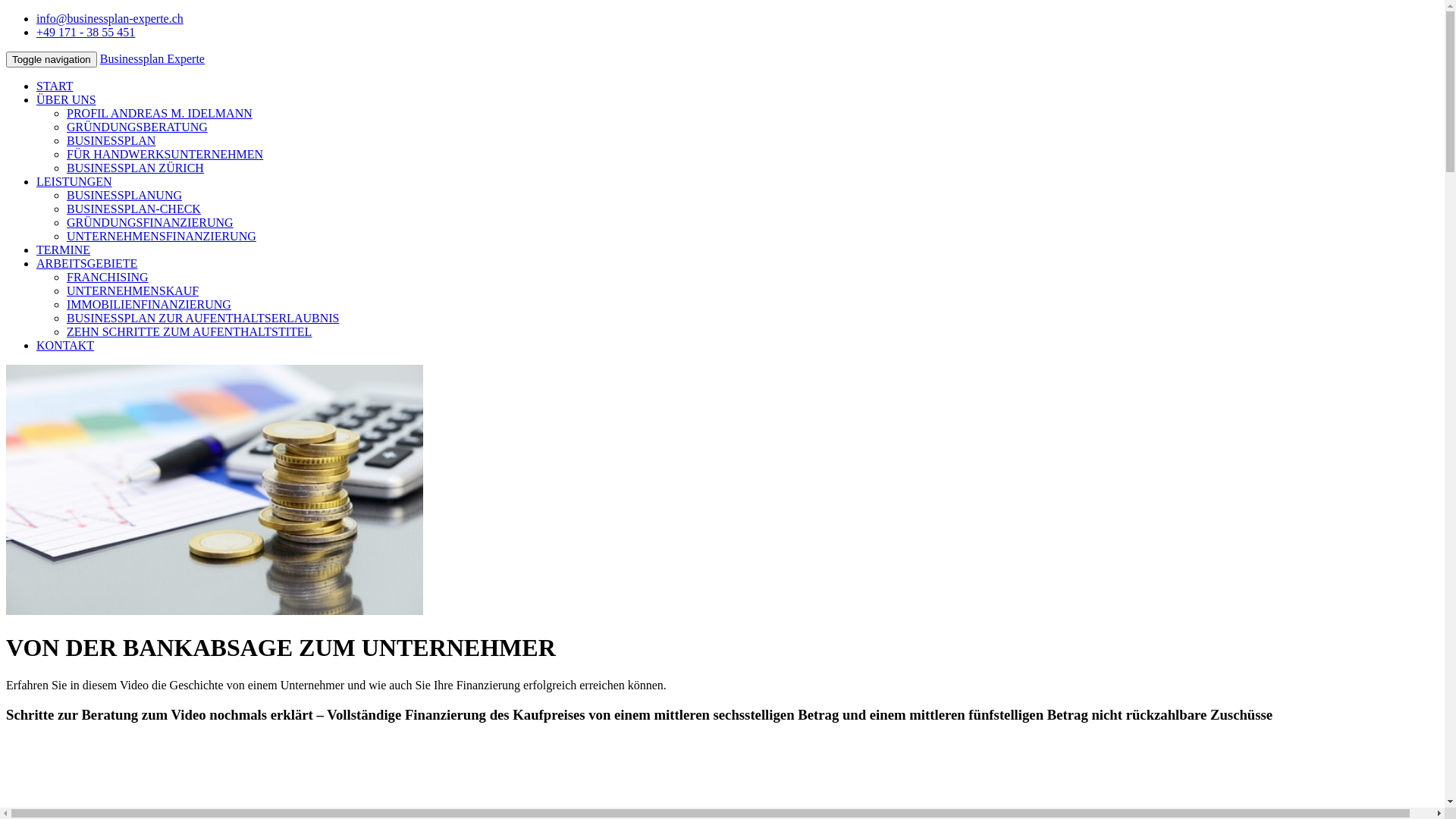 The image size is (1456, 819). I want to click on 'info@businessplan-experte.ch', so click(108, 18).